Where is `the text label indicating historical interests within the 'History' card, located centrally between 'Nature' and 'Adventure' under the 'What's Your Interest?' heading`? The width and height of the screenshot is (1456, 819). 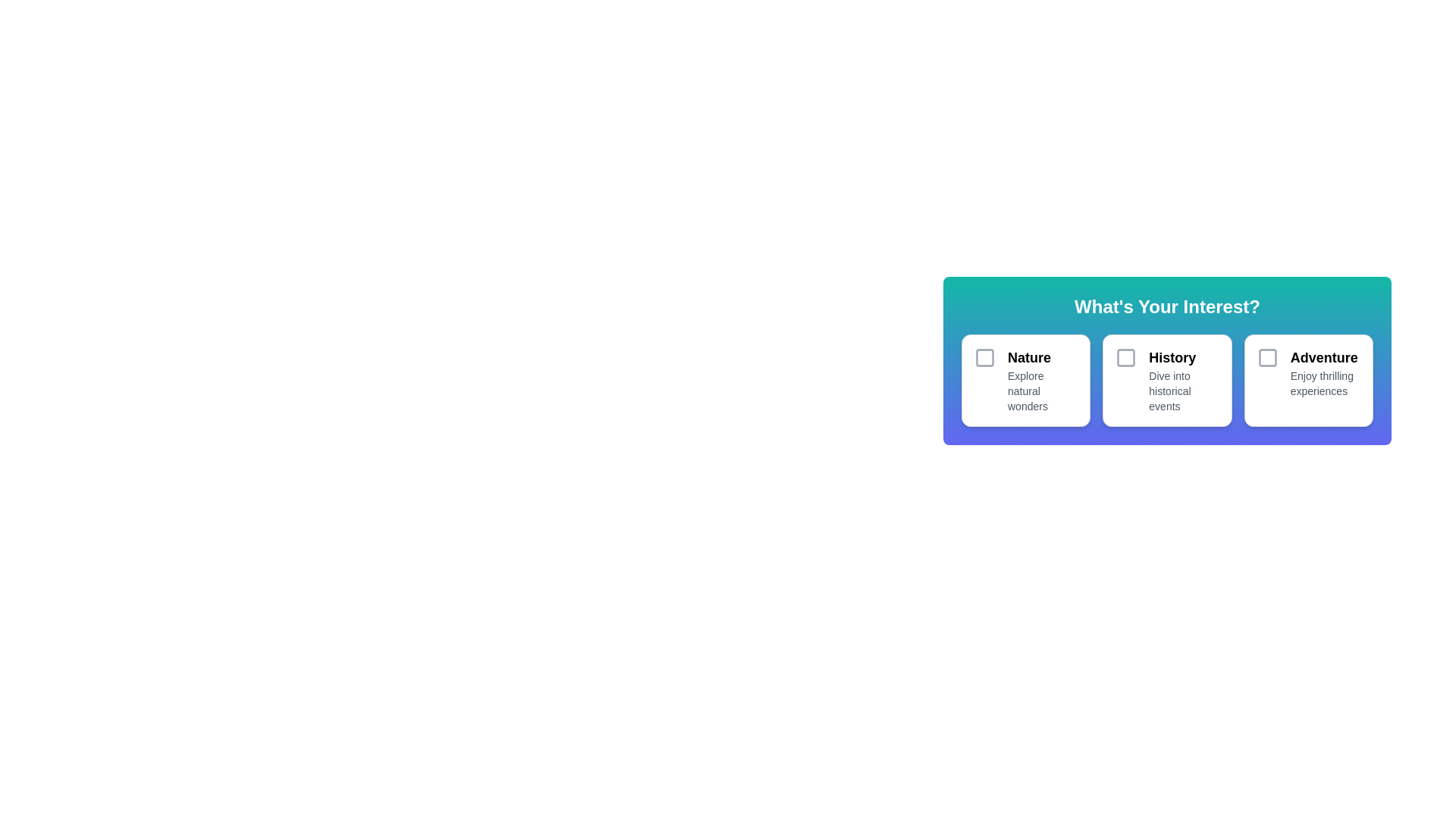 the text label indicating historical interests within the 'History' card, located centrally between 'Nature' and 'Adventure' under the 'What's Your Interest?' heading is located at coordinates (1183, 379).